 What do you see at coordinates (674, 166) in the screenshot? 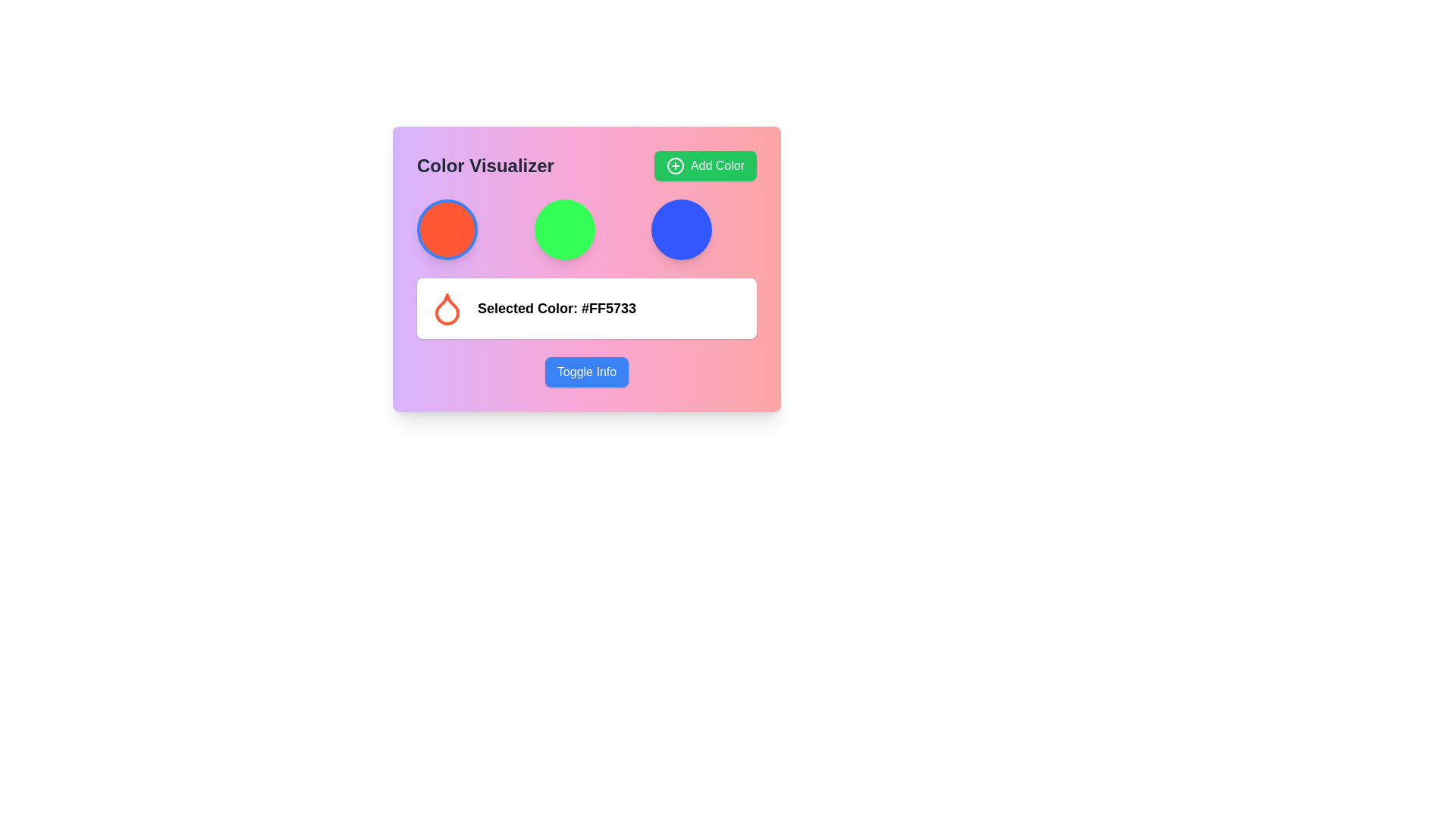
I see `the circular icon with a plus (+) symbol, which represents the 'Add Color' functionality, located within the green 'Add Color' button at the top-right corner of the main interface panel` at bounding box center [674, 166].